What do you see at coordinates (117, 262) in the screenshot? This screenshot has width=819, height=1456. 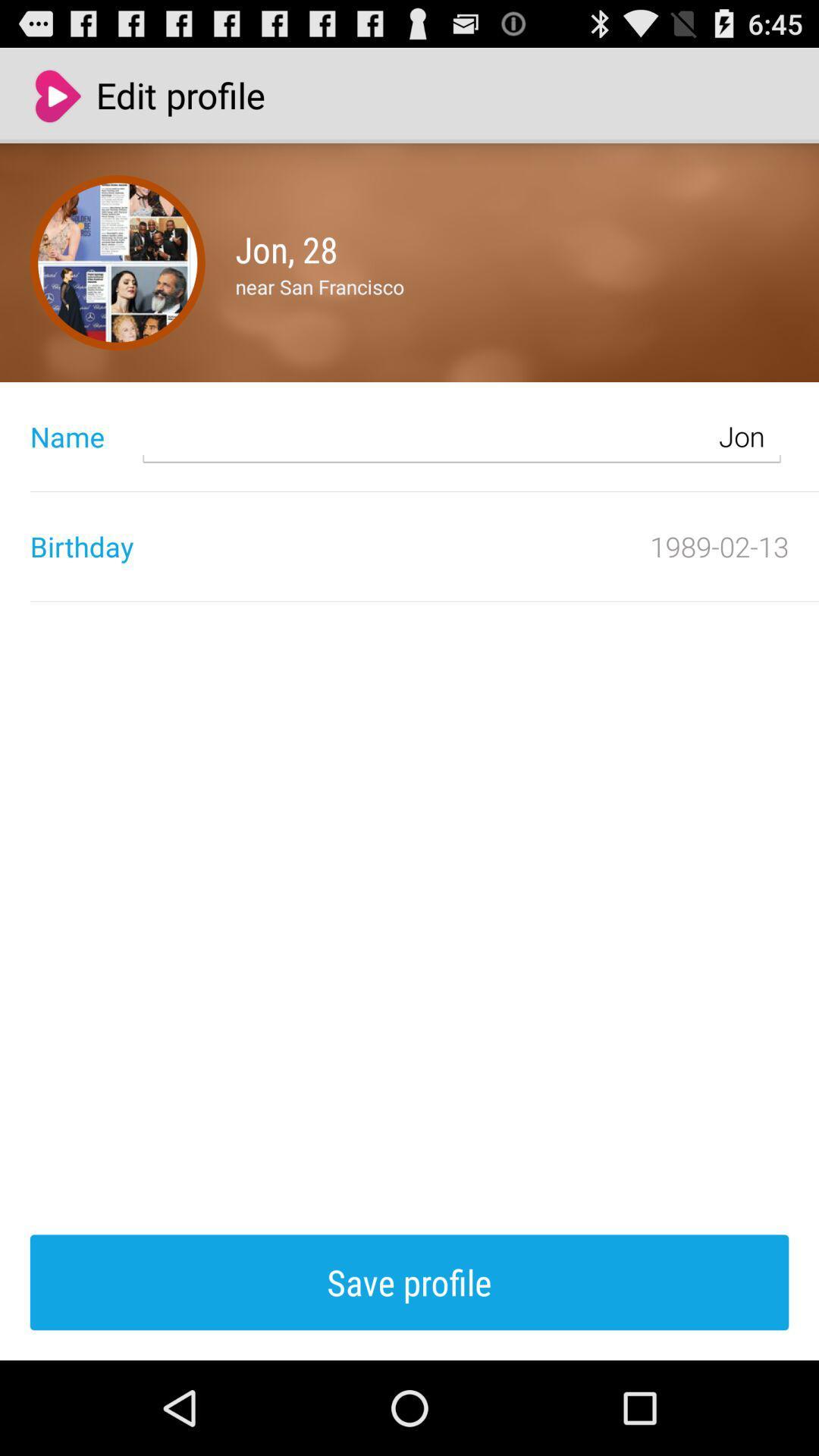 I see `see profile picture` at bounding box center [117, 262].